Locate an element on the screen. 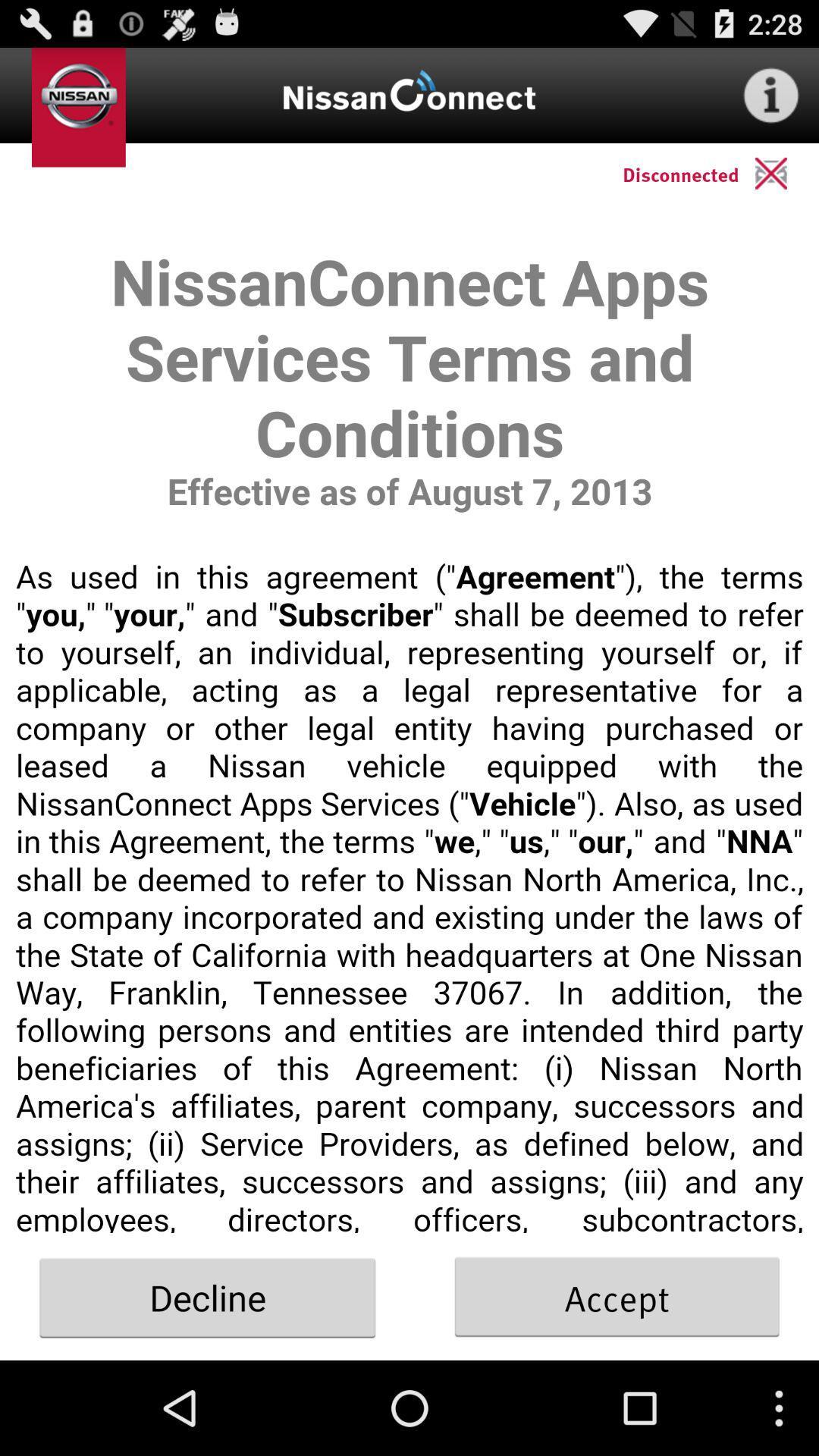 The height and width of the screenshot is (1456, 819). the info icon is located at coordinates (771, 101).